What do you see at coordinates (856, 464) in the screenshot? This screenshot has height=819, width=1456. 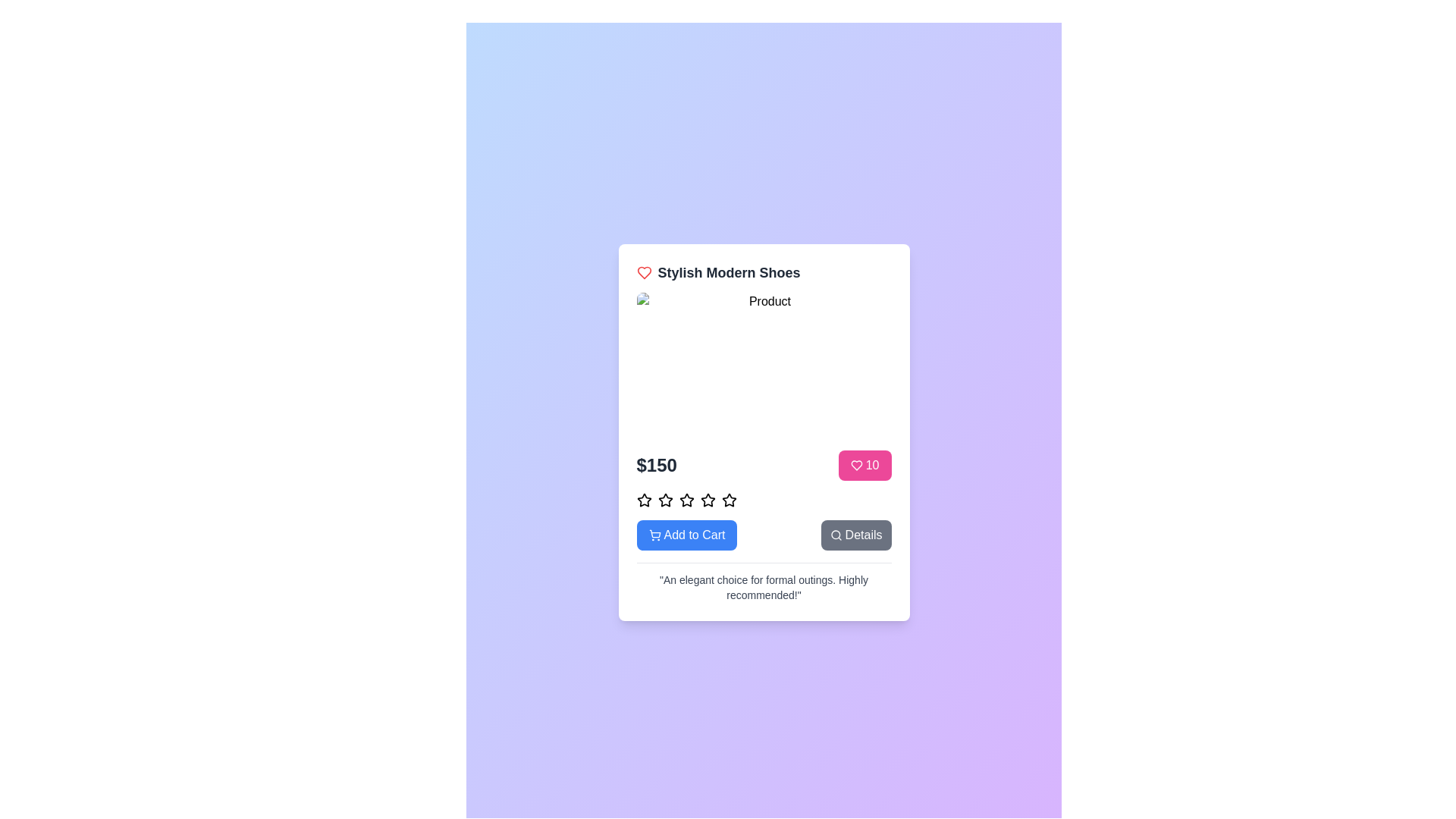 I see `the pink heart-shaped icon located at the top-left corner of the product card, just before the title 'Stylish Modern Shoes', to mark it as liked or favorite` at bounding box center [856, 464].